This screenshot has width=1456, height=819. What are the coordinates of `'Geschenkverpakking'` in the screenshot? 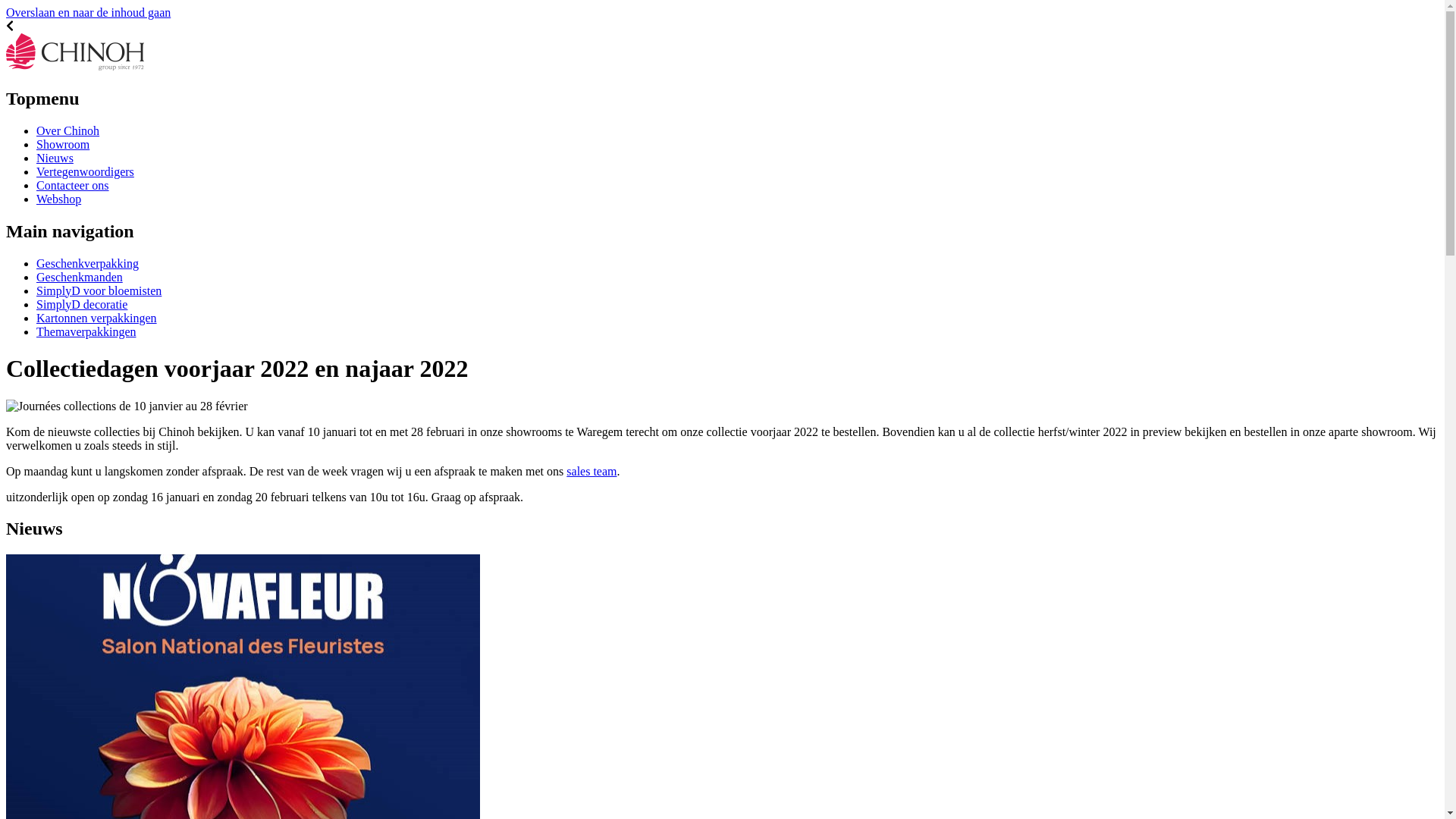 It's located at (86, 262).